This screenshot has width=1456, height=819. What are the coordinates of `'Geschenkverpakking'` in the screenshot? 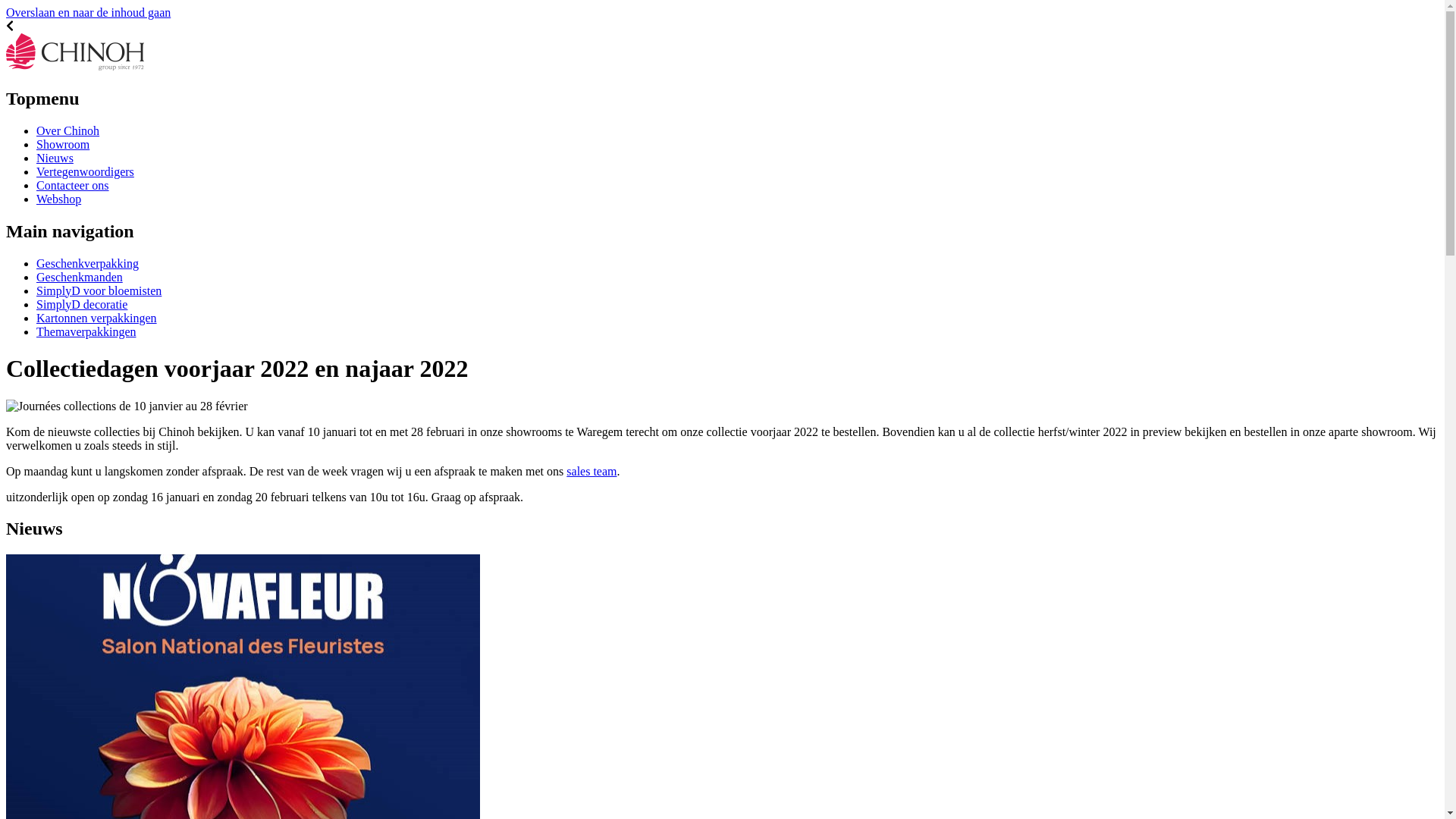 It's located at (86, 262).